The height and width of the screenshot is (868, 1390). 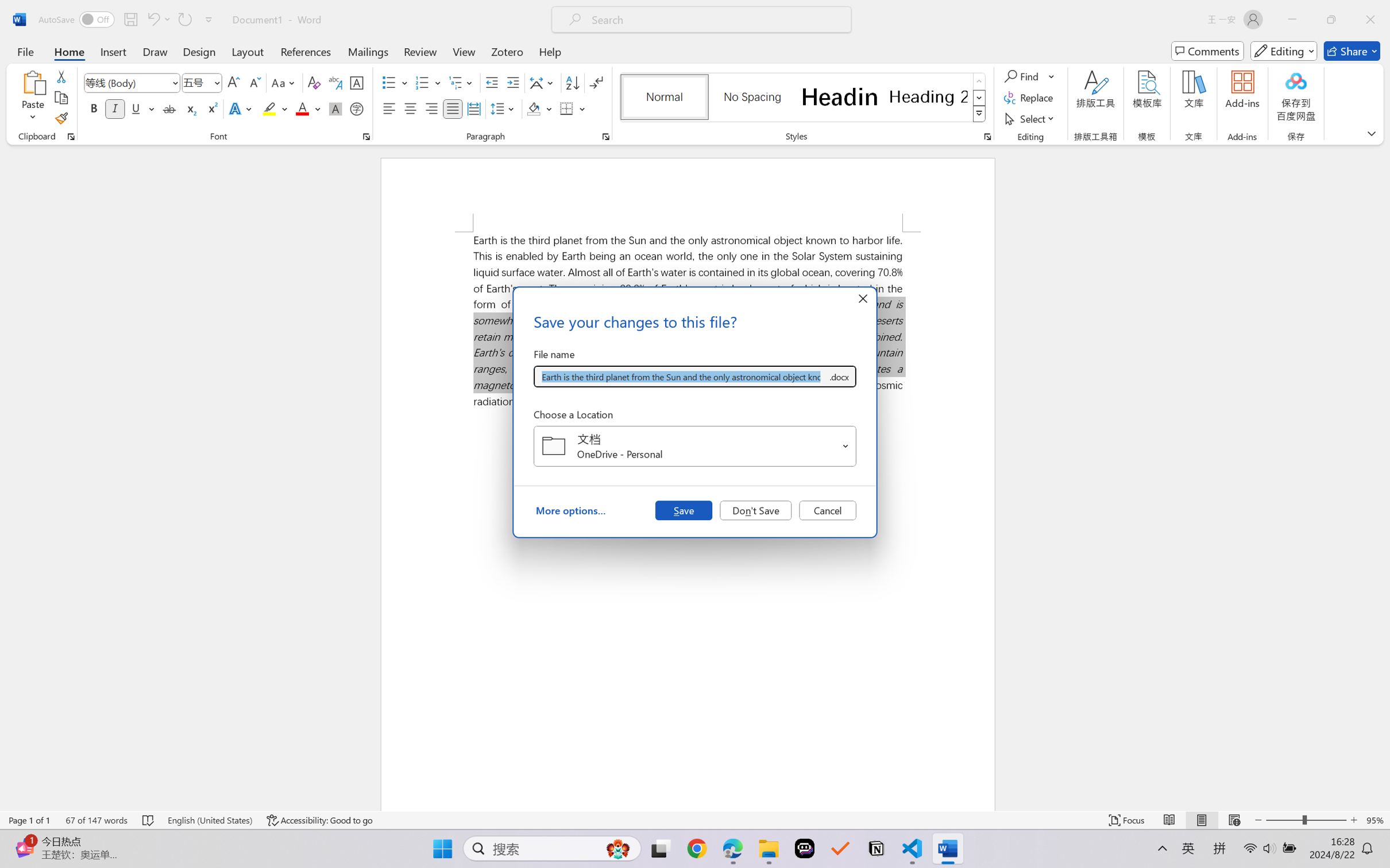 I want to click on 'Phonetic Guide...', so click(x=334, y=83).